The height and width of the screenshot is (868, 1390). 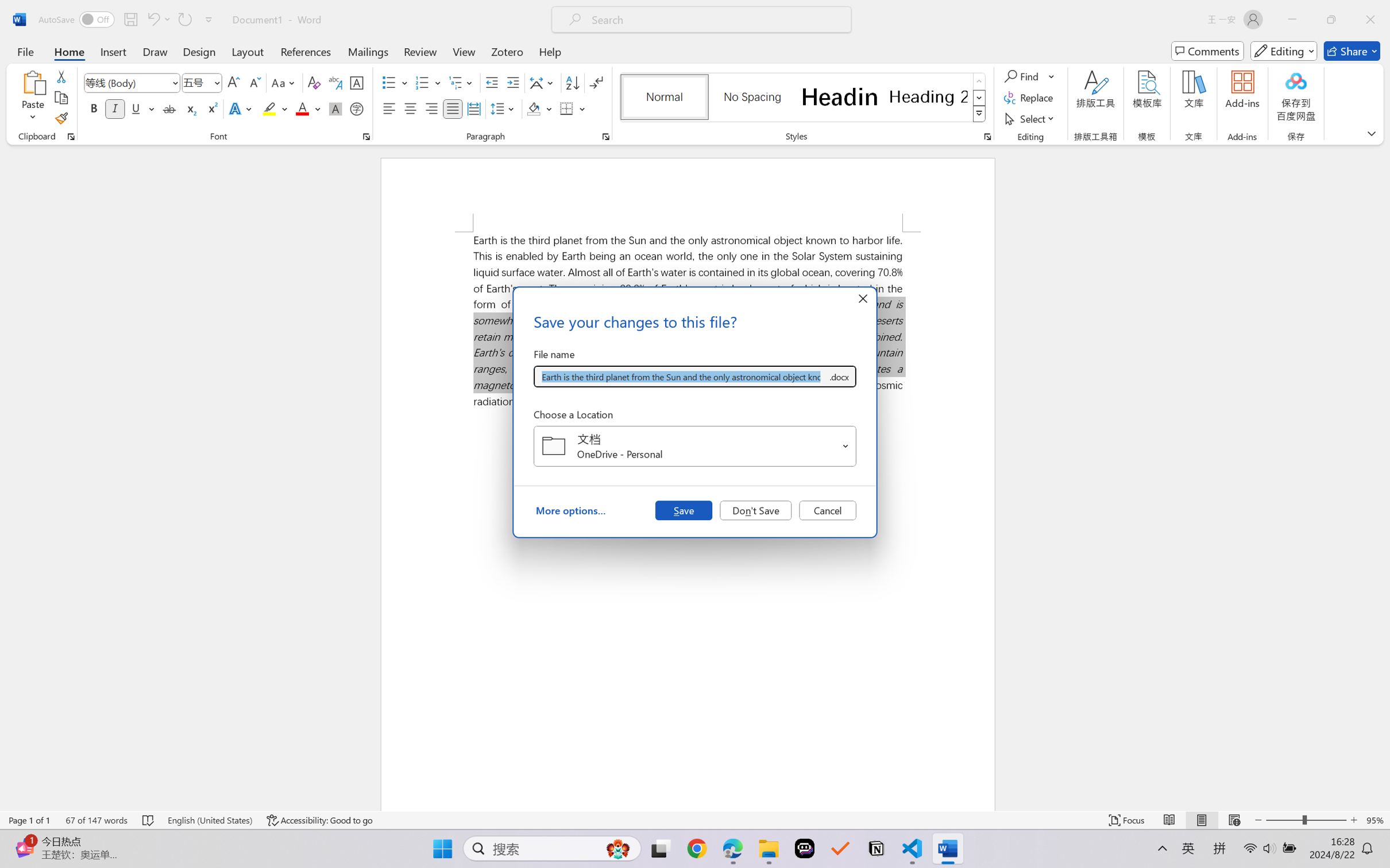 I want to click on 'Phonetic Guide...', so click(x=334, y=83).